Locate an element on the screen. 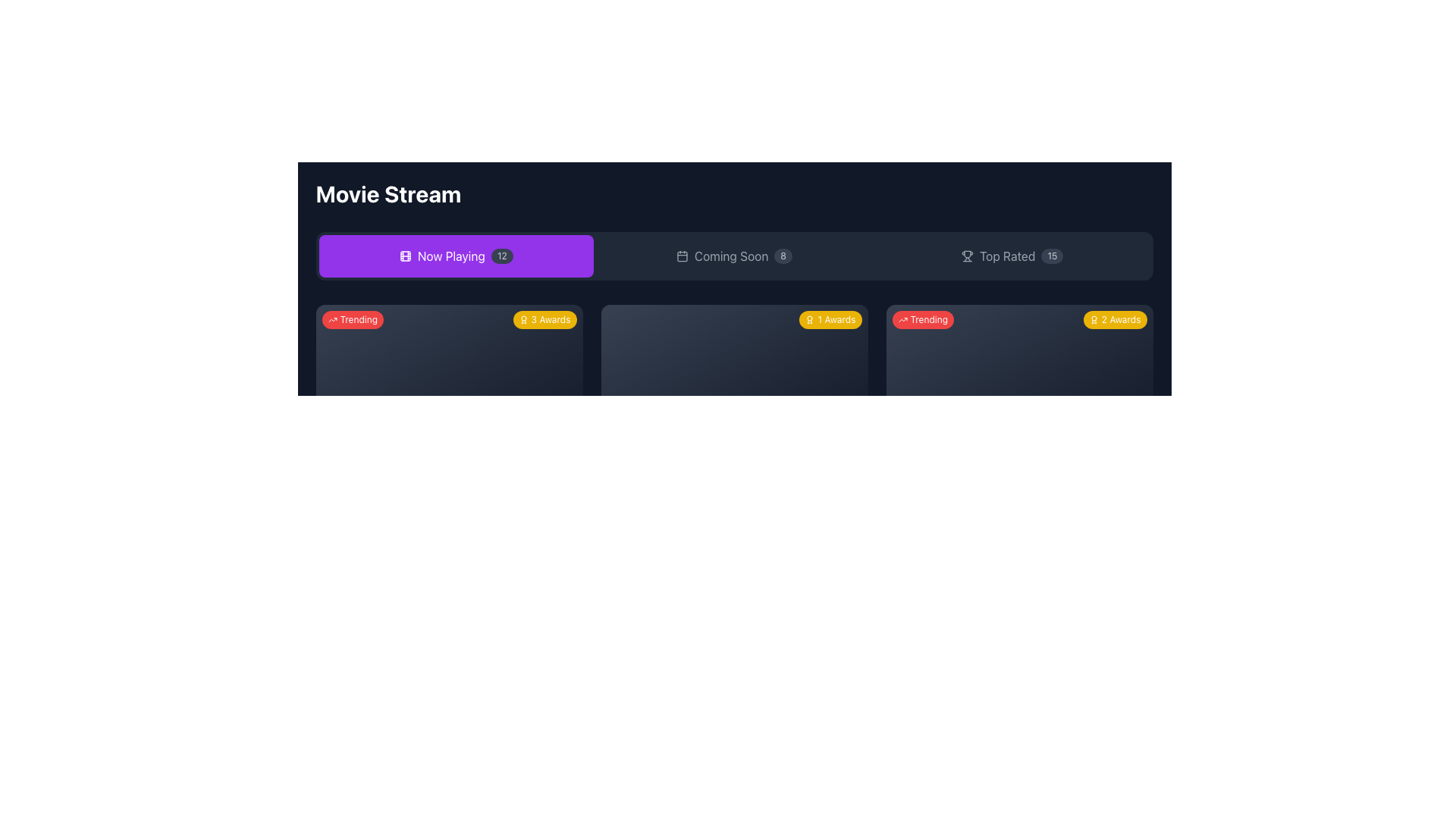  the 'Now Playing' button icon located in the center-left section of the purple button that is part of the top navigation interface is located at coordinates (405, 256).